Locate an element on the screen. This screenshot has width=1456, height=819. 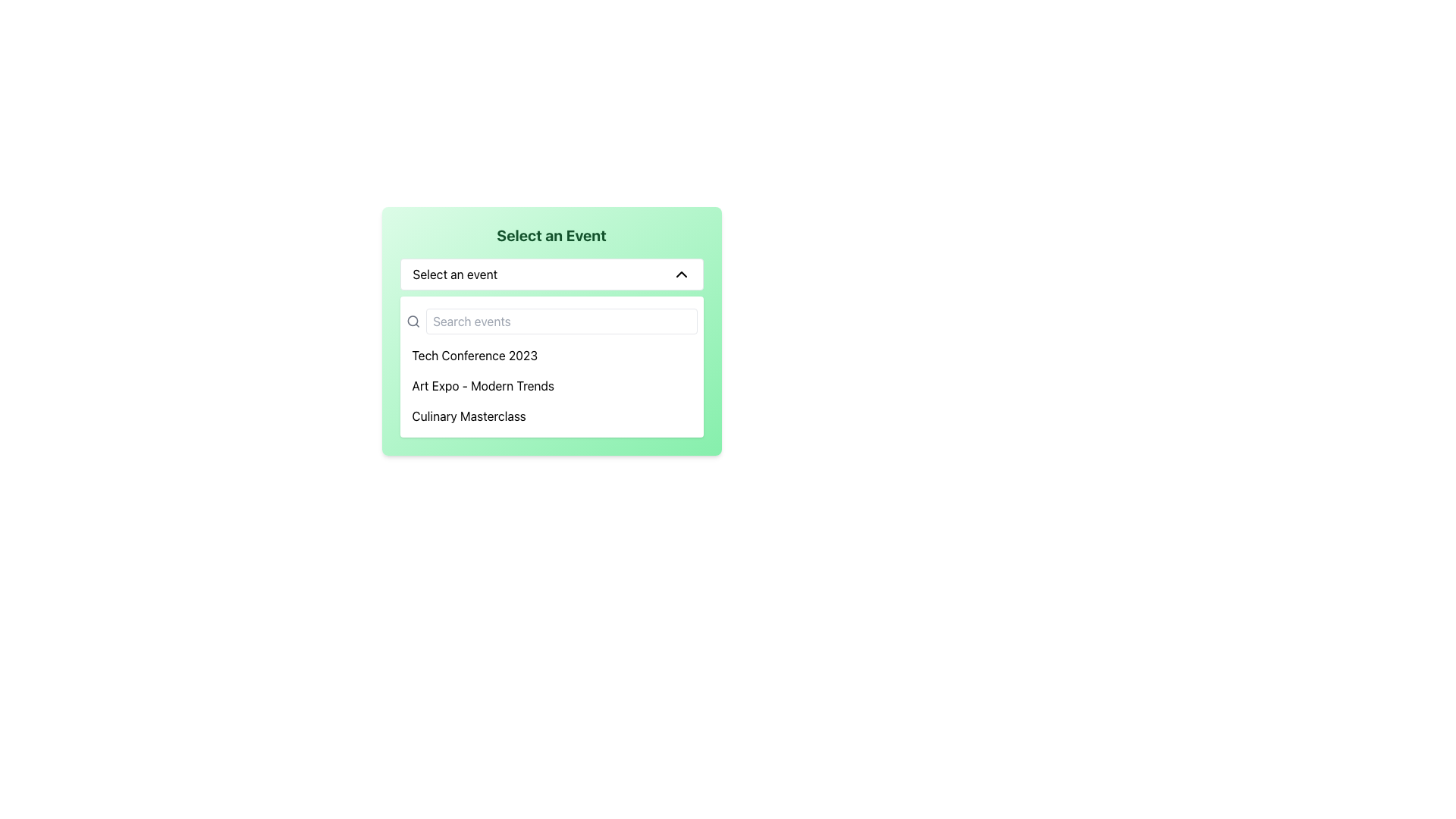
the text label 'Culinary Masterclass' in the dropdown list to potentially reveal additional information is located at coordinates (468, 416).